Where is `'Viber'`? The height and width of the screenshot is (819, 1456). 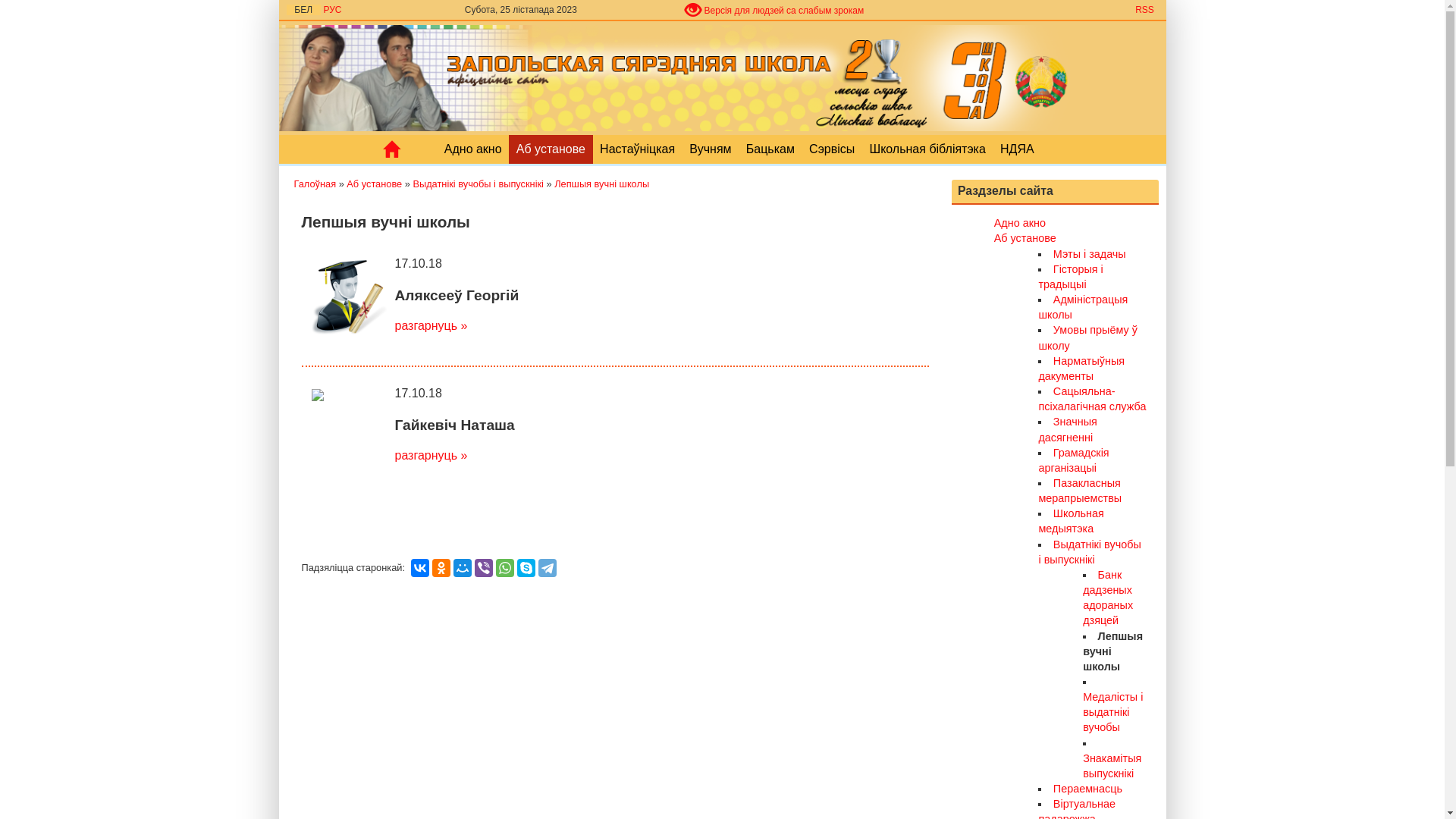
'Viber' is located at coordinates (473, 567).